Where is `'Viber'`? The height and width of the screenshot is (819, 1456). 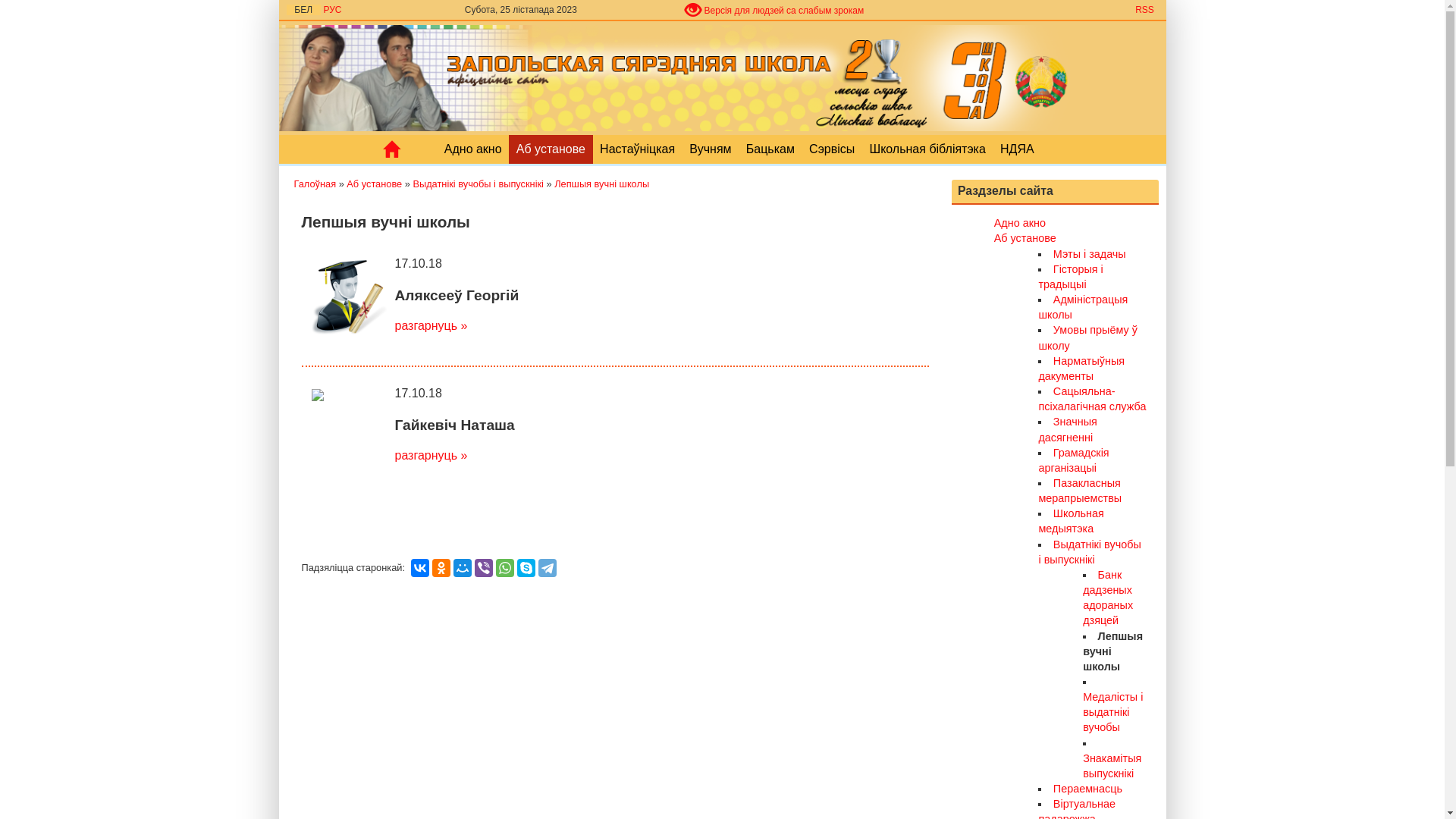
'Viber' is located at coordinates (473, 567).